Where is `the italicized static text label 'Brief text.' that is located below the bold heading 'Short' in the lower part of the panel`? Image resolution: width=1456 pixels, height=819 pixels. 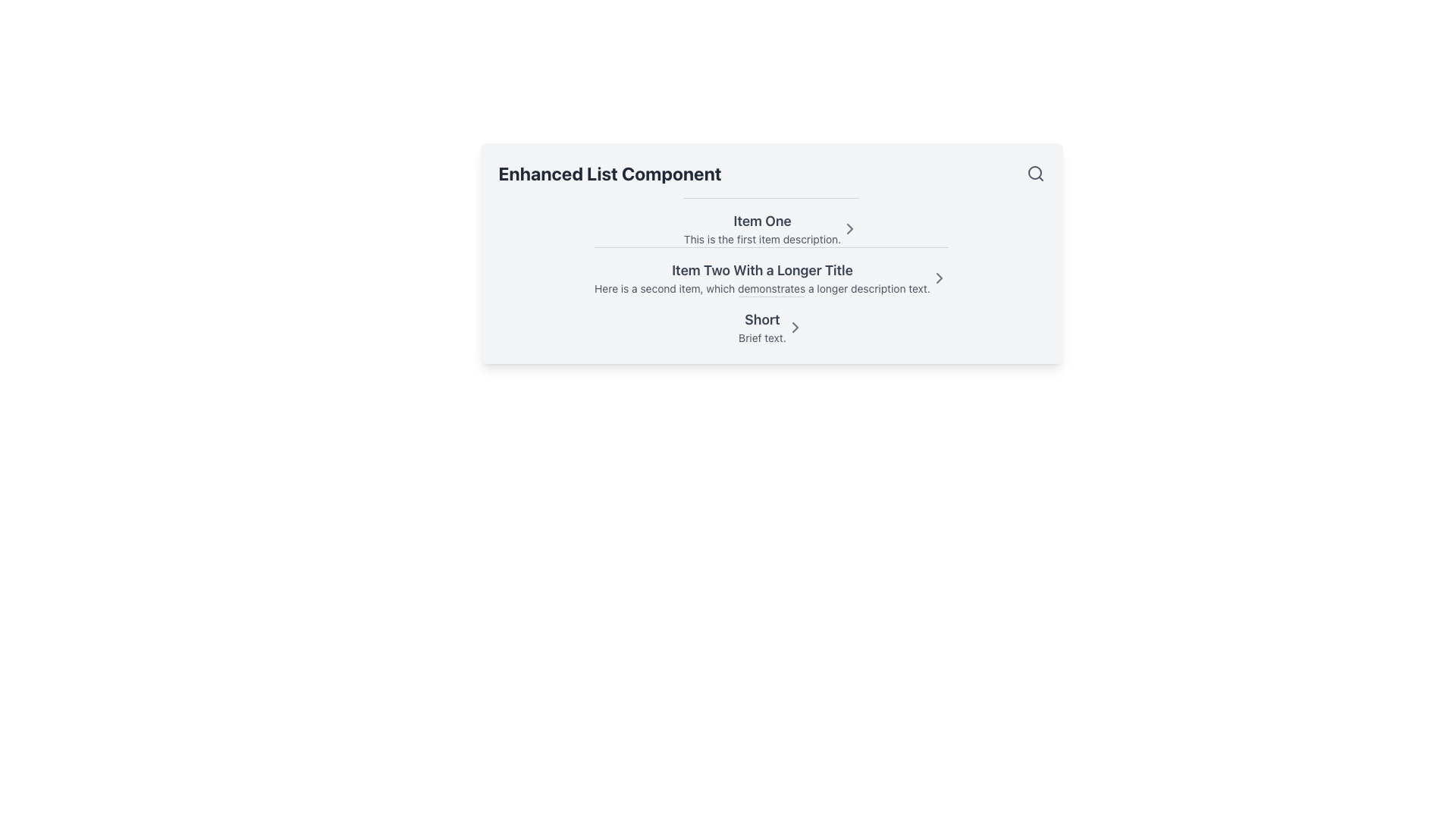
the italicized static text label 'Brief text.' that is located below the bold heading 'Short' in the lower part of the panel is located at coordinates (762, 337).